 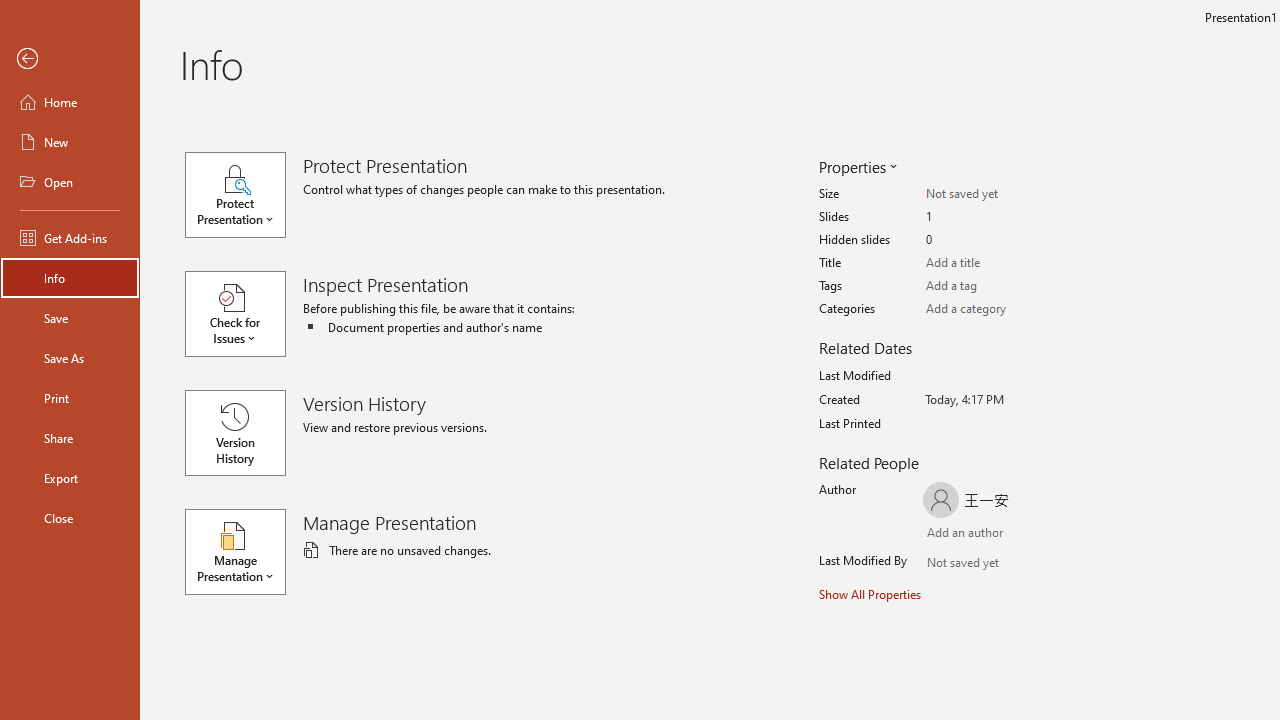 What do you see at coordinates (946, 533) in the screenshot?
I see `'Add an author'` at bounding box center [946, 533].